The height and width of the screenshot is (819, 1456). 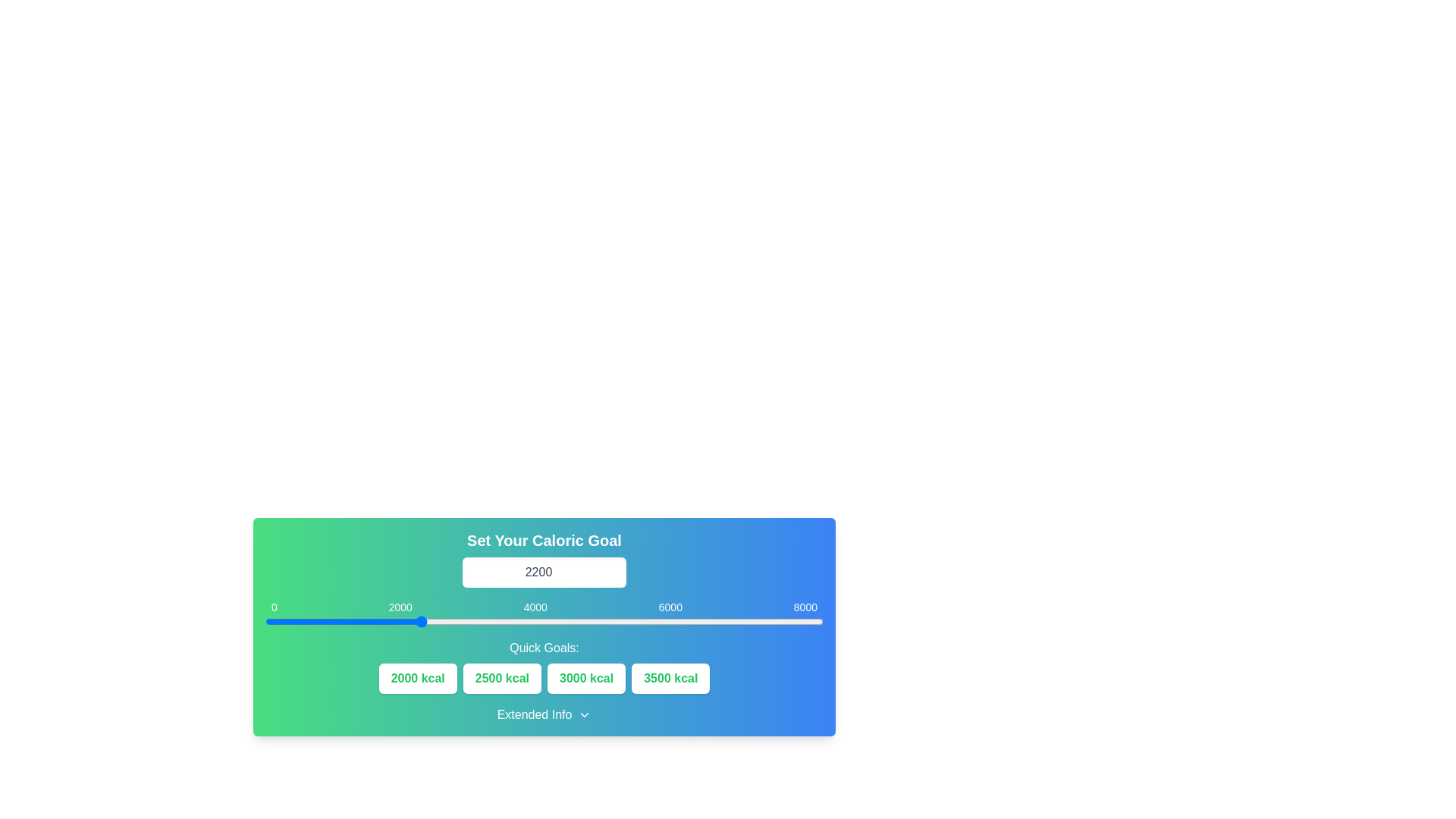 What do you see at coordinates (423, 622) in the screenshot?
I see `the caloric goal` at bounding box center [423, 622].